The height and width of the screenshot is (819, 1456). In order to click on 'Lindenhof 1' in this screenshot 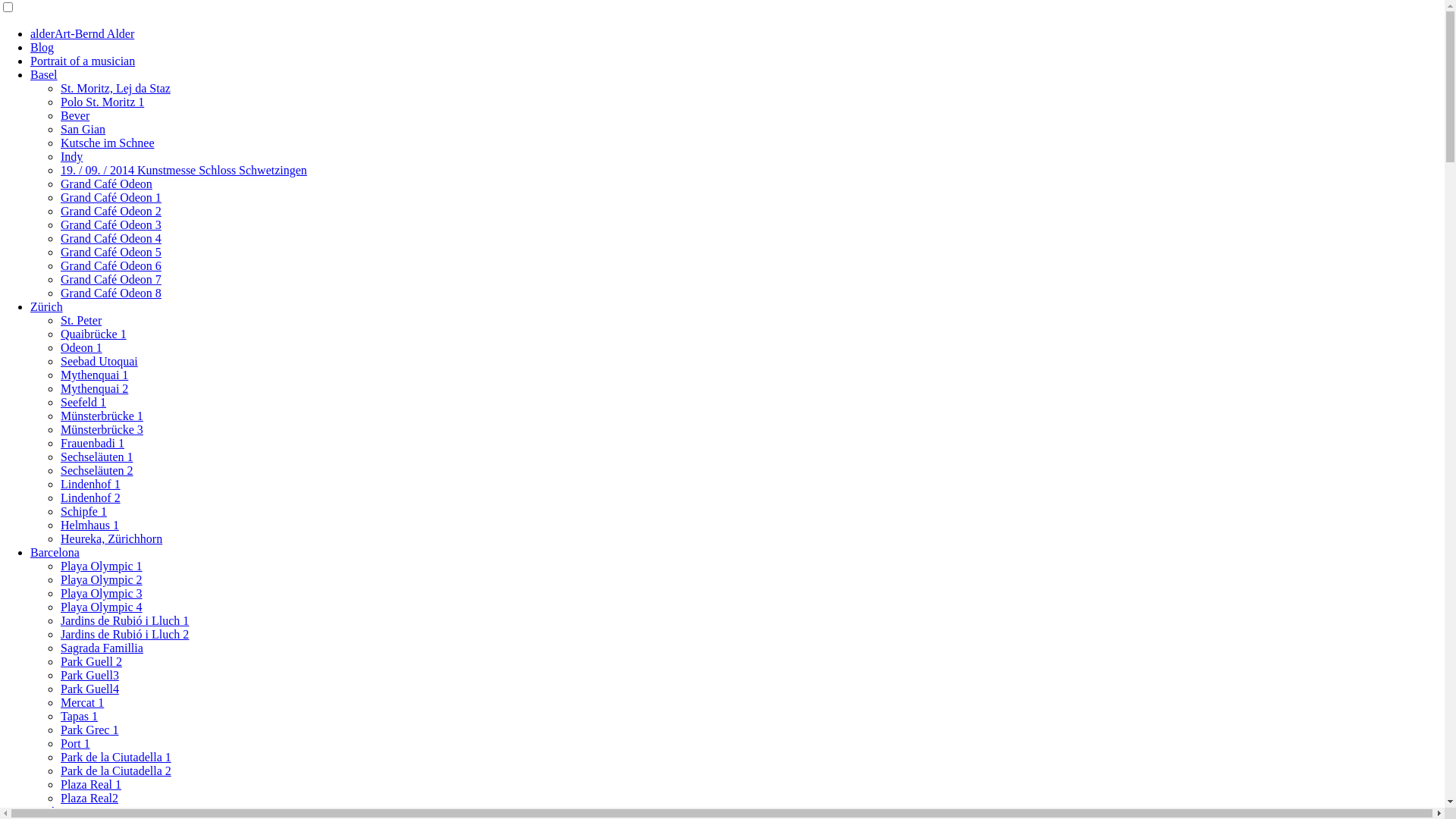, I will do `click(61, 484)`.